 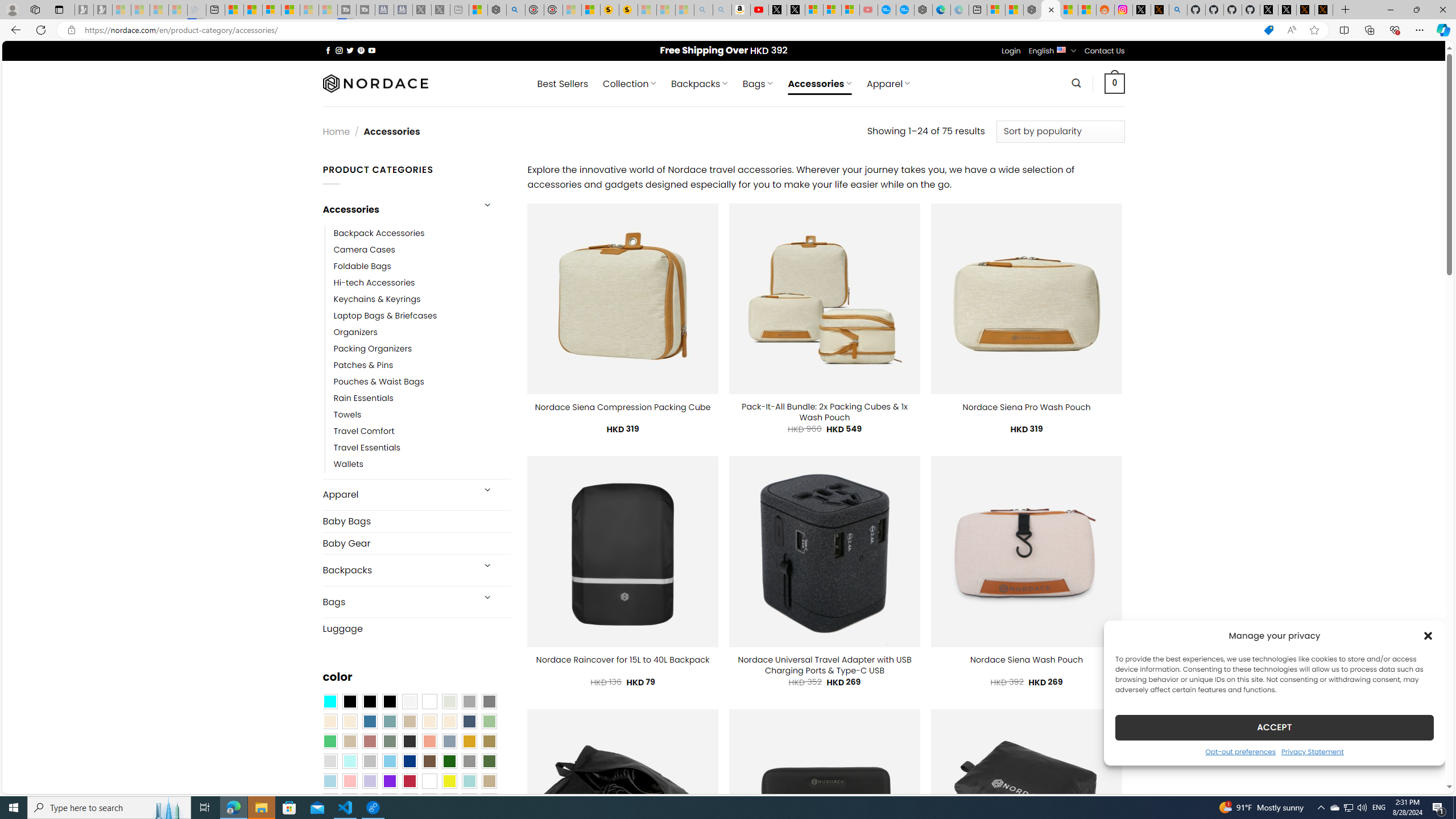 What do you see at coordinates (489, 701) in the screenshot?
I see `'All Gray'` at bounding box center [489, 701].